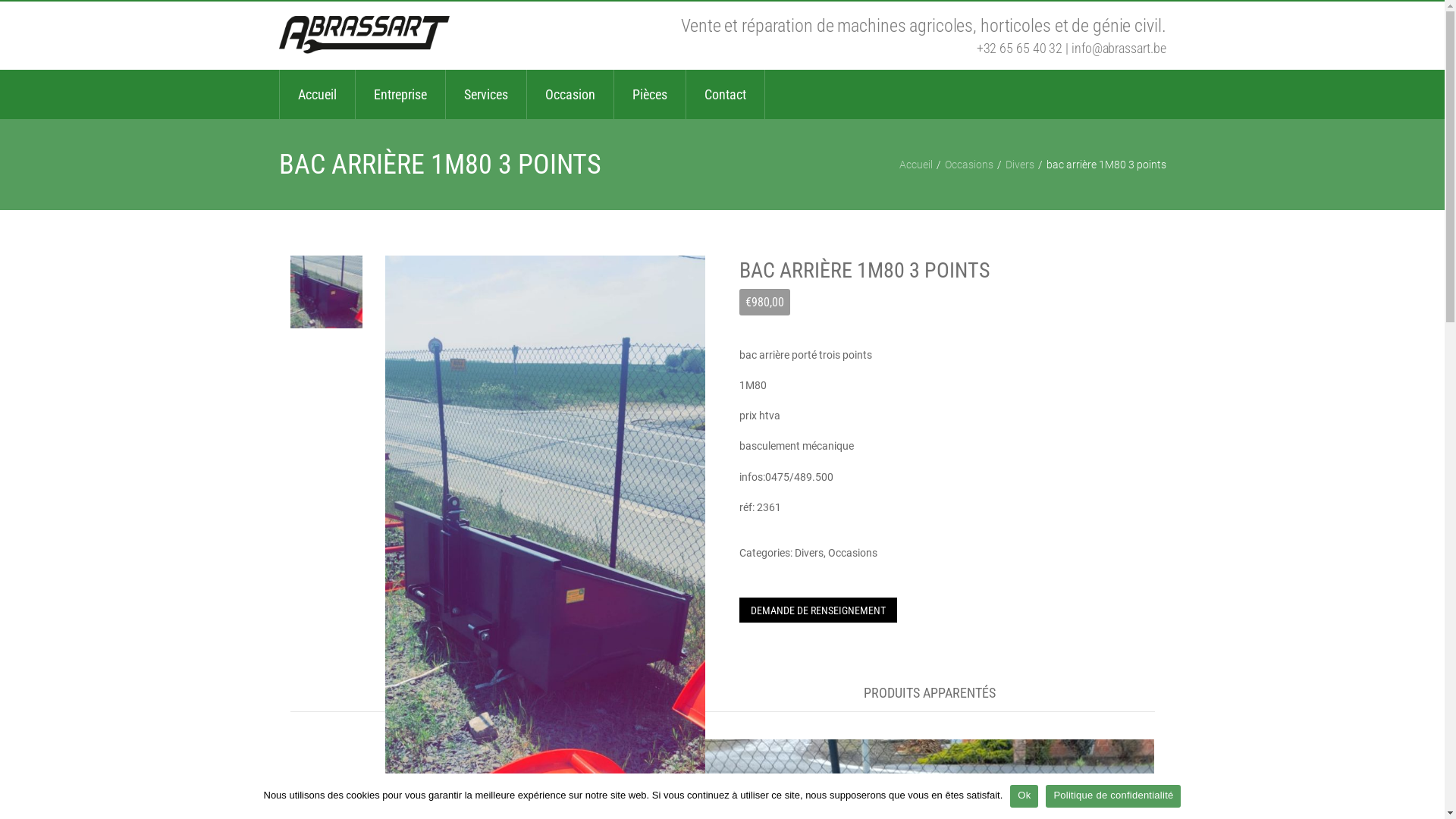  I want to click on 'Accueil', so click(915, 164).